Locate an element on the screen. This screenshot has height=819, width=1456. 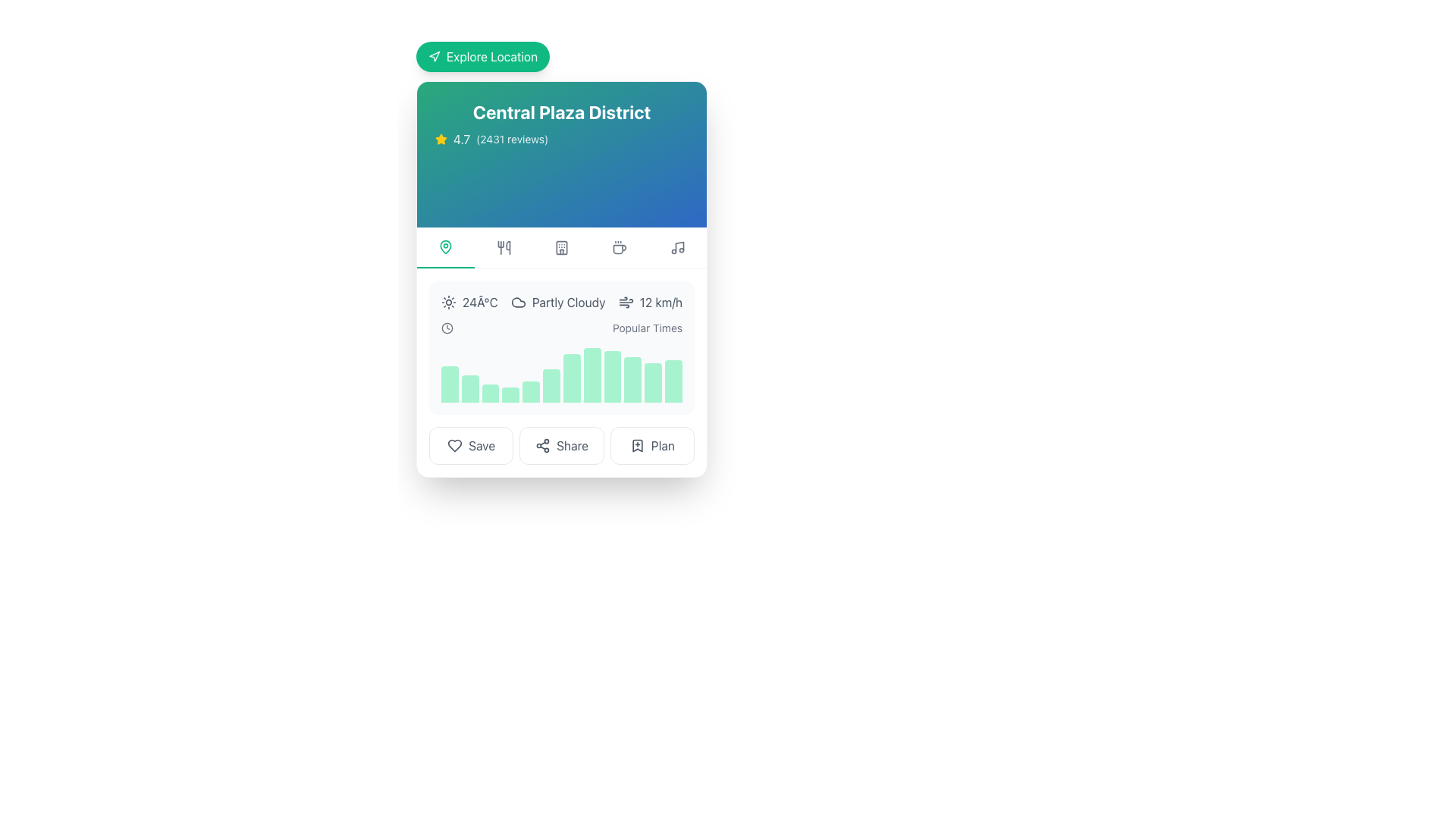
value of the third bar in the 'Popular Times' graph, which is an emerald green colored bar with a rounded top is located at coordinates (491, 393).